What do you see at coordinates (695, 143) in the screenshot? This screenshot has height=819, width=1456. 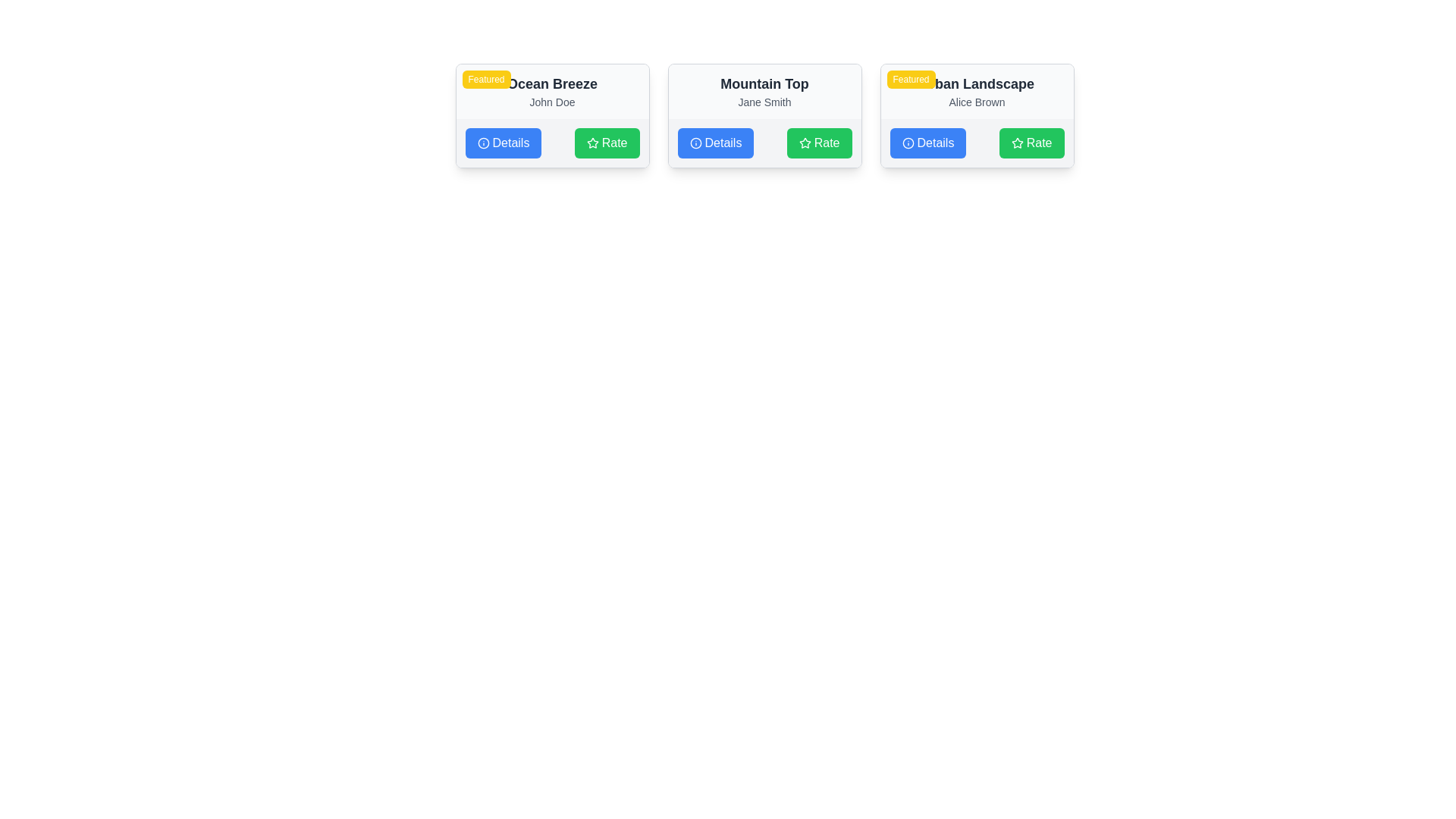 I see `the decorative icon integrated within the 'Details' button of the 'Mountain Top' card, which is the second card in the interface` at bounding box center [695, 143].